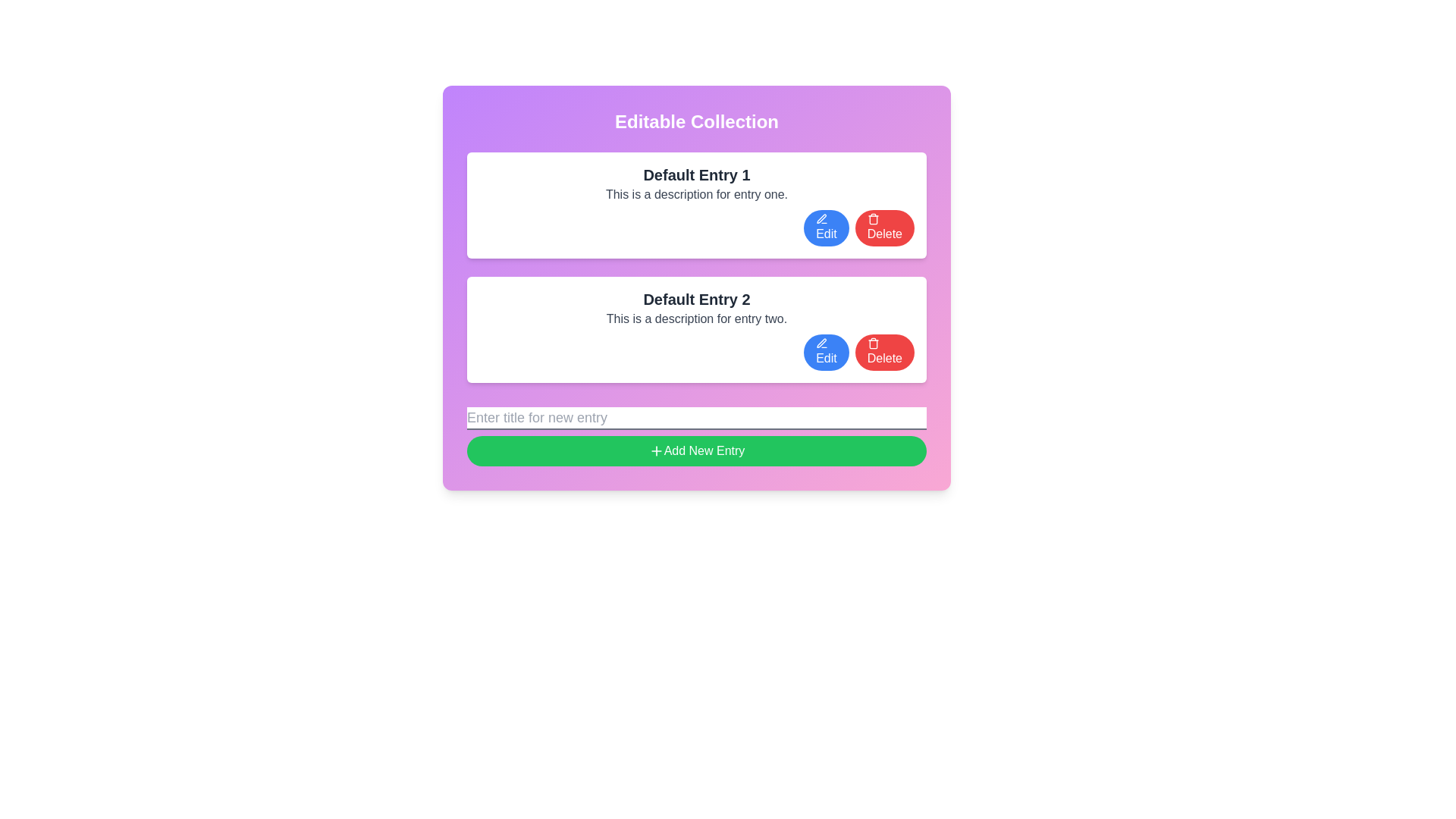 This screenshot has height=819, width=1456. I want to click on the small pen icon, so click(821, 343).